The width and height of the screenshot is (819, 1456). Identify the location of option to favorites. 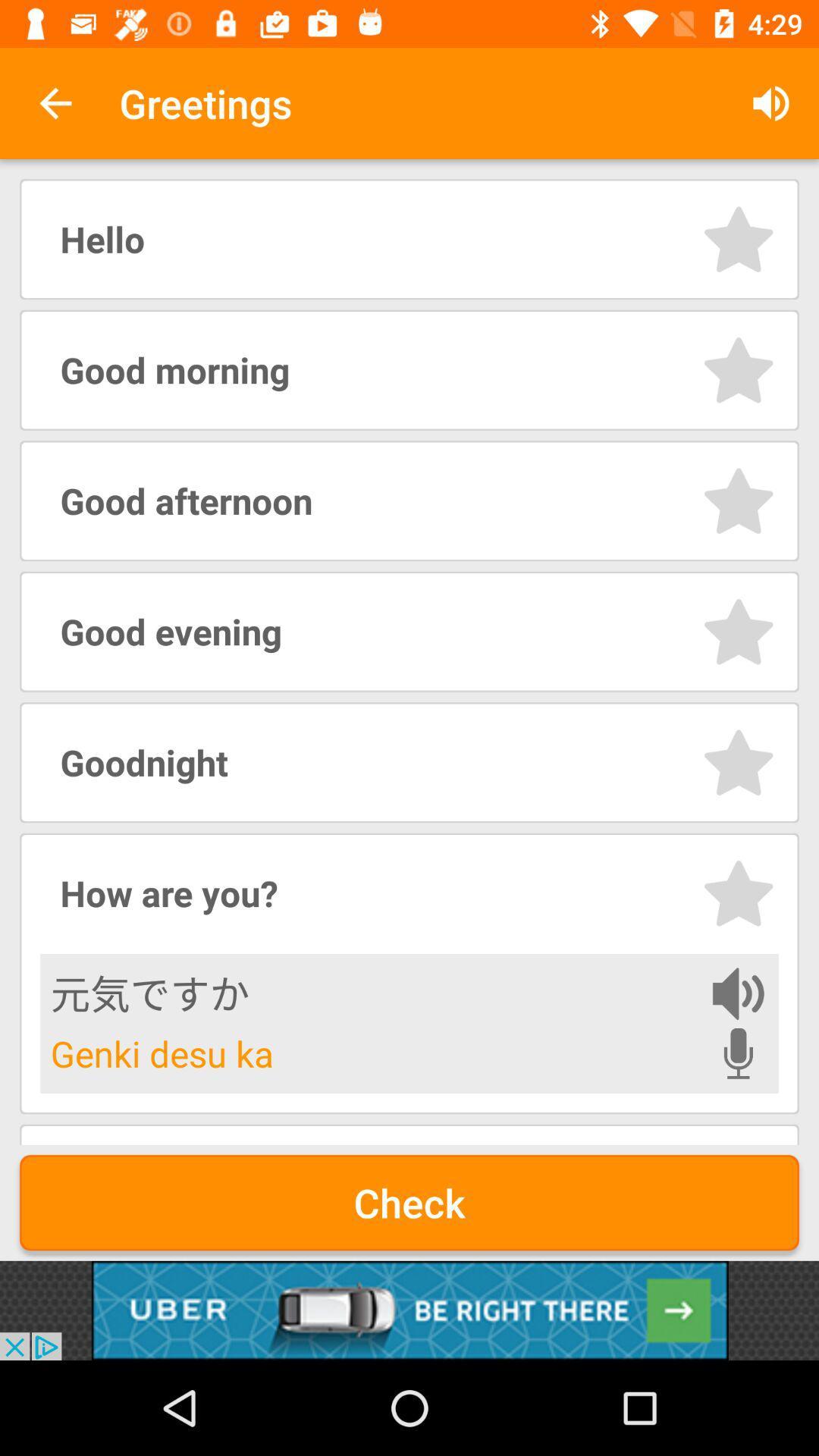
(738, 500).